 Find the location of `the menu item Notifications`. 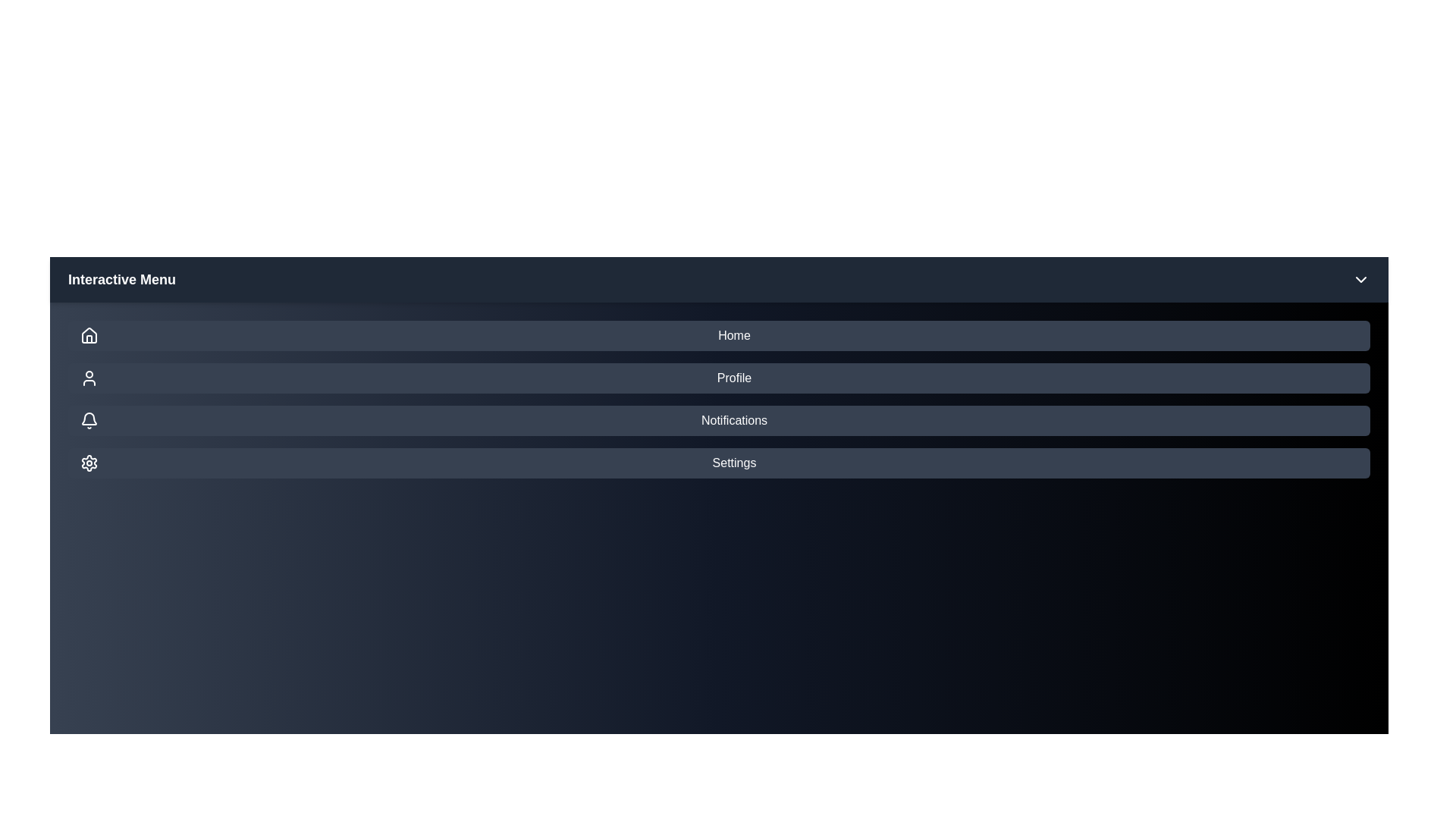

the menu item Notifications is located at coordinates (718, 421).